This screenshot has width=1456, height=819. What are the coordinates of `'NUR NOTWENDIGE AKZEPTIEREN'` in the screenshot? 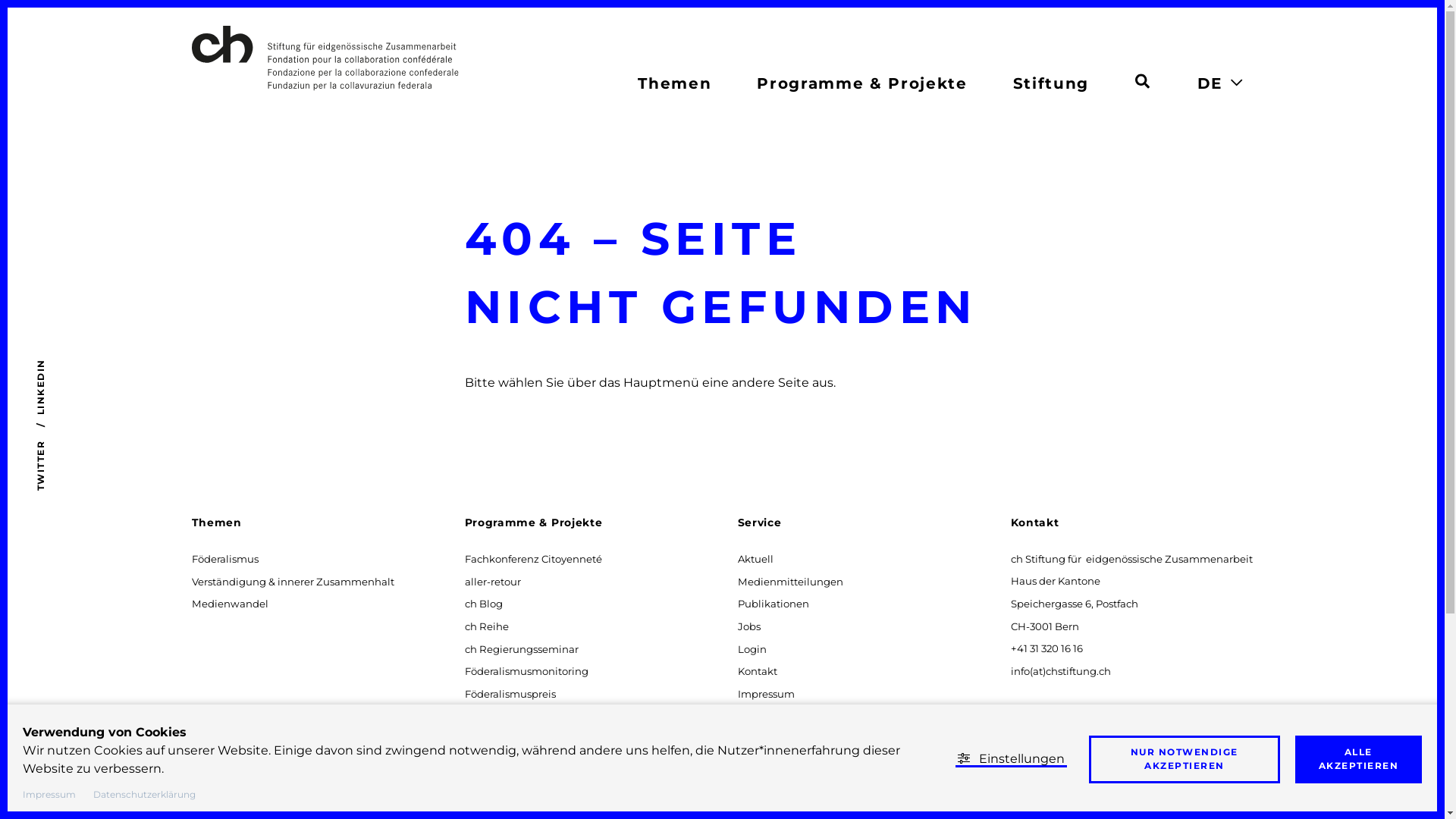 It's located at (1087, 759).